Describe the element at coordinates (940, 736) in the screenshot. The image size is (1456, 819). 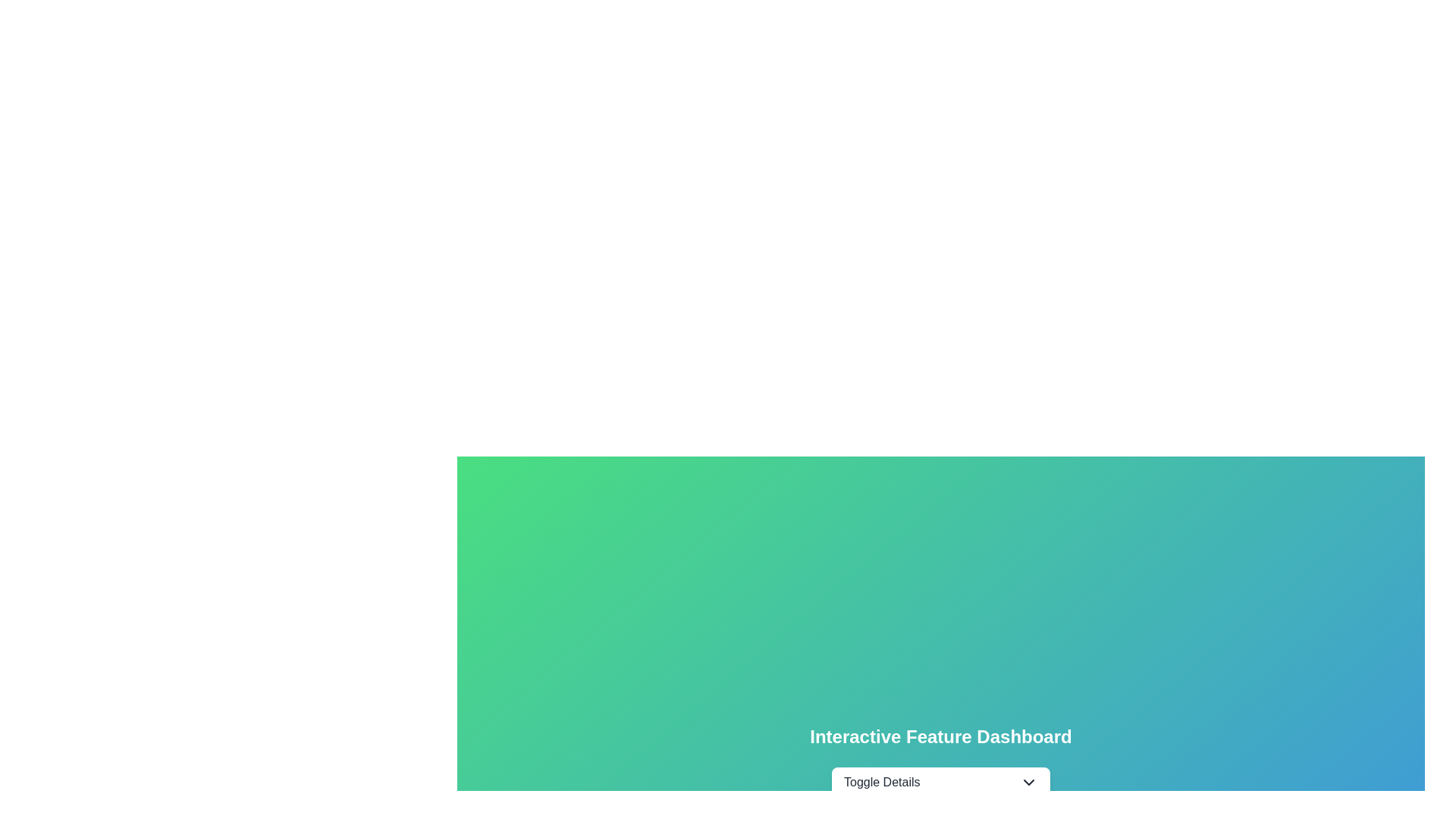
I see `the text label that reads 'Interactive Feature Dashboard'` at that location.